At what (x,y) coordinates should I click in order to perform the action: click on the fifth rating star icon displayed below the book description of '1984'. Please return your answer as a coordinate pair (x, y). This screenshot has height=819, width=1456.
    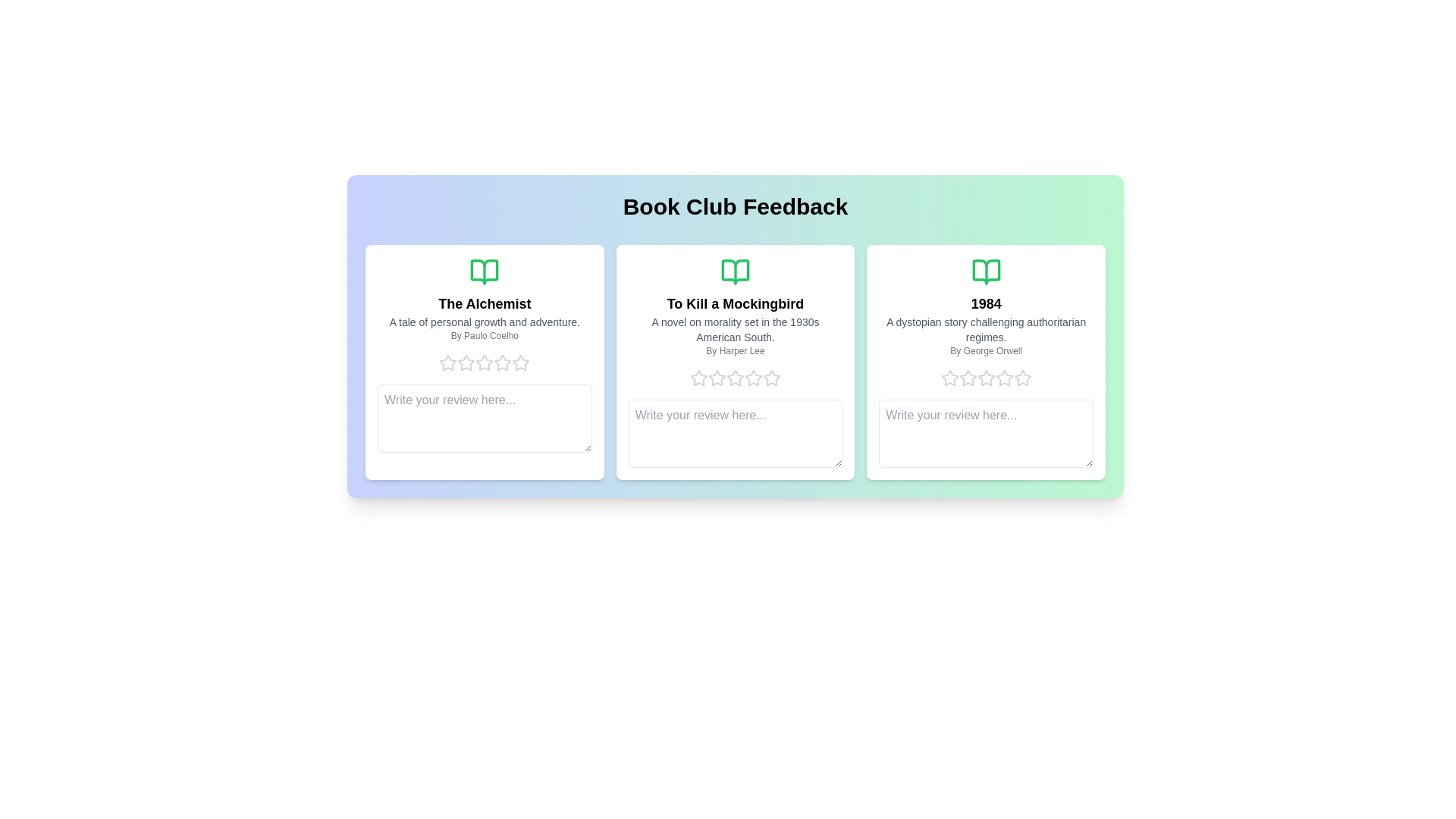
    Looking at the image, I should click on (1004, 377).